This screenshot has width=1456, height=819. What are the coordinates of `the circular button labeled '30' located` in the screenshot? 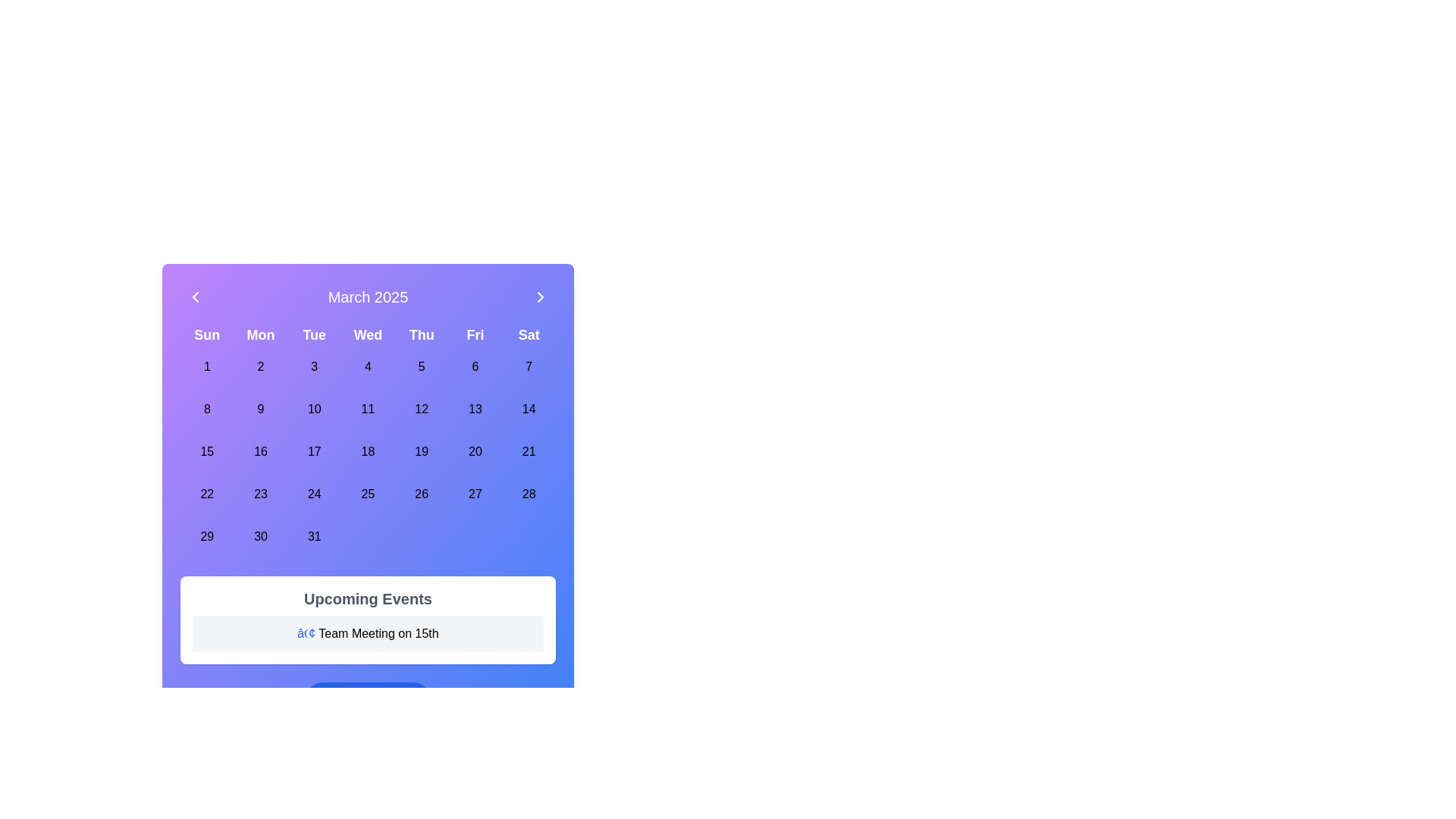 It's located at (261, 536).